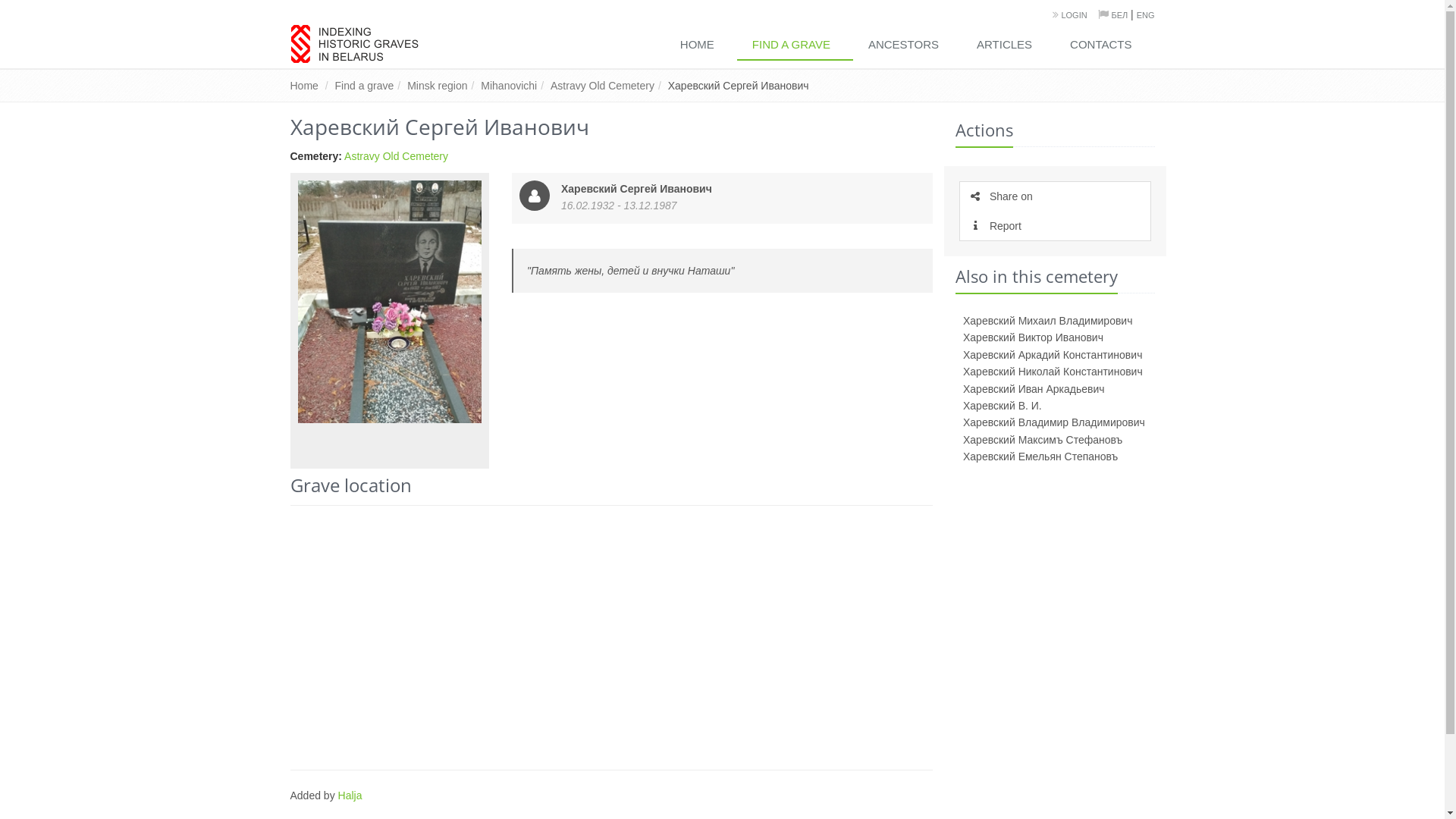  Describe the element at coordinates (509, 85) in the screenshot. I see `'Mihanovichi'` at that location.